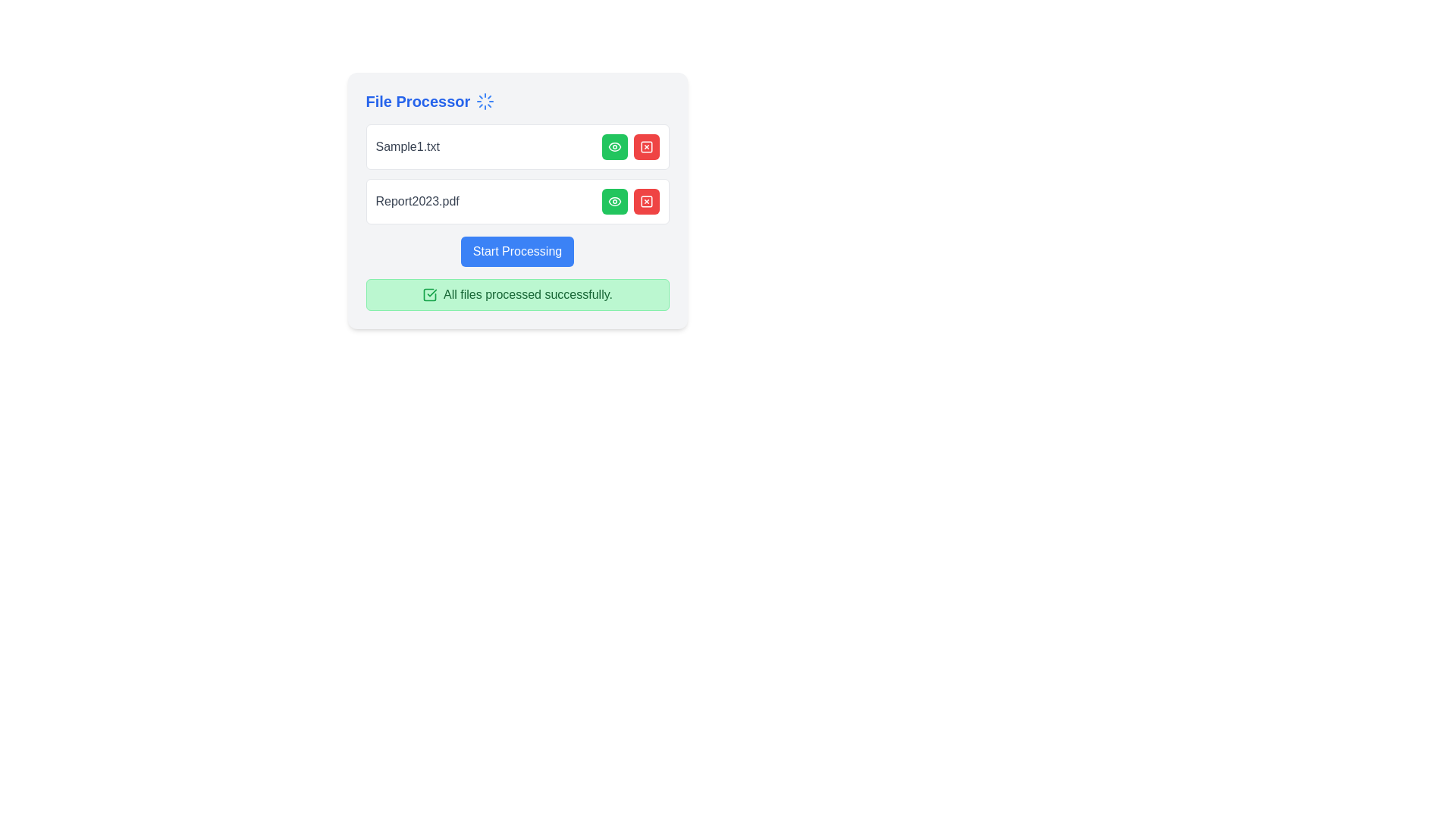 The width and height of the screenshot is (1456, 819). What do you see at coordinates (428, 295) in the screenshot?
I see `the checkmark icon indicating confirmation status, which is located inside the light green banner at the bottom of the interface, preceding the text 'All files processed successfully.'` at bounding box center [428, 295].